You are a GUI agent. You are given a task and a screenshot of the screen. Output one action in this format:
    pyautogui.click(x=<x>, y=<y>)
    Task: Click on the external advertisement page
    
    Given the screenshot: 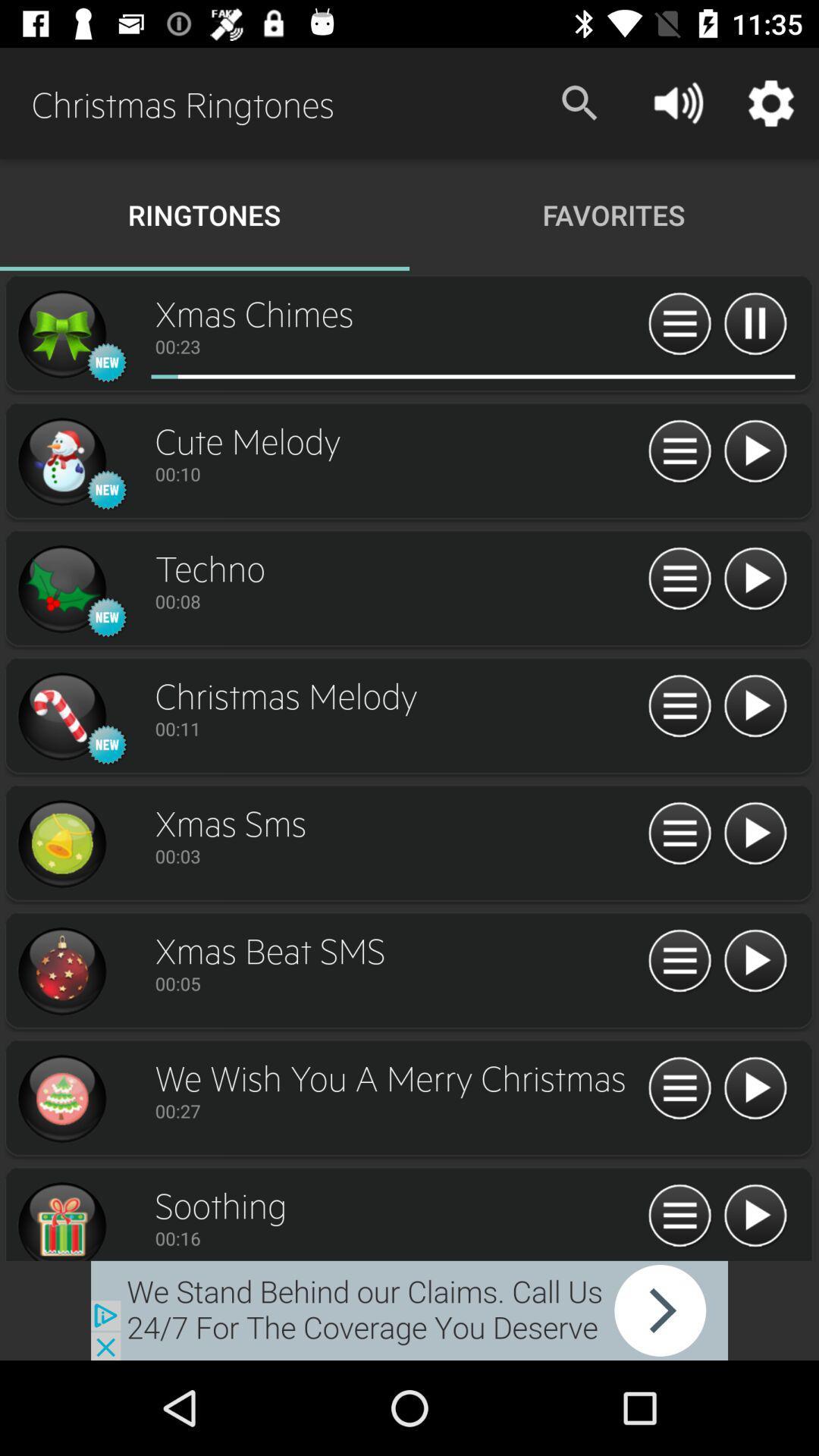 What is the action you would take?
    pyautogui.click(x=409, y=1310)
    